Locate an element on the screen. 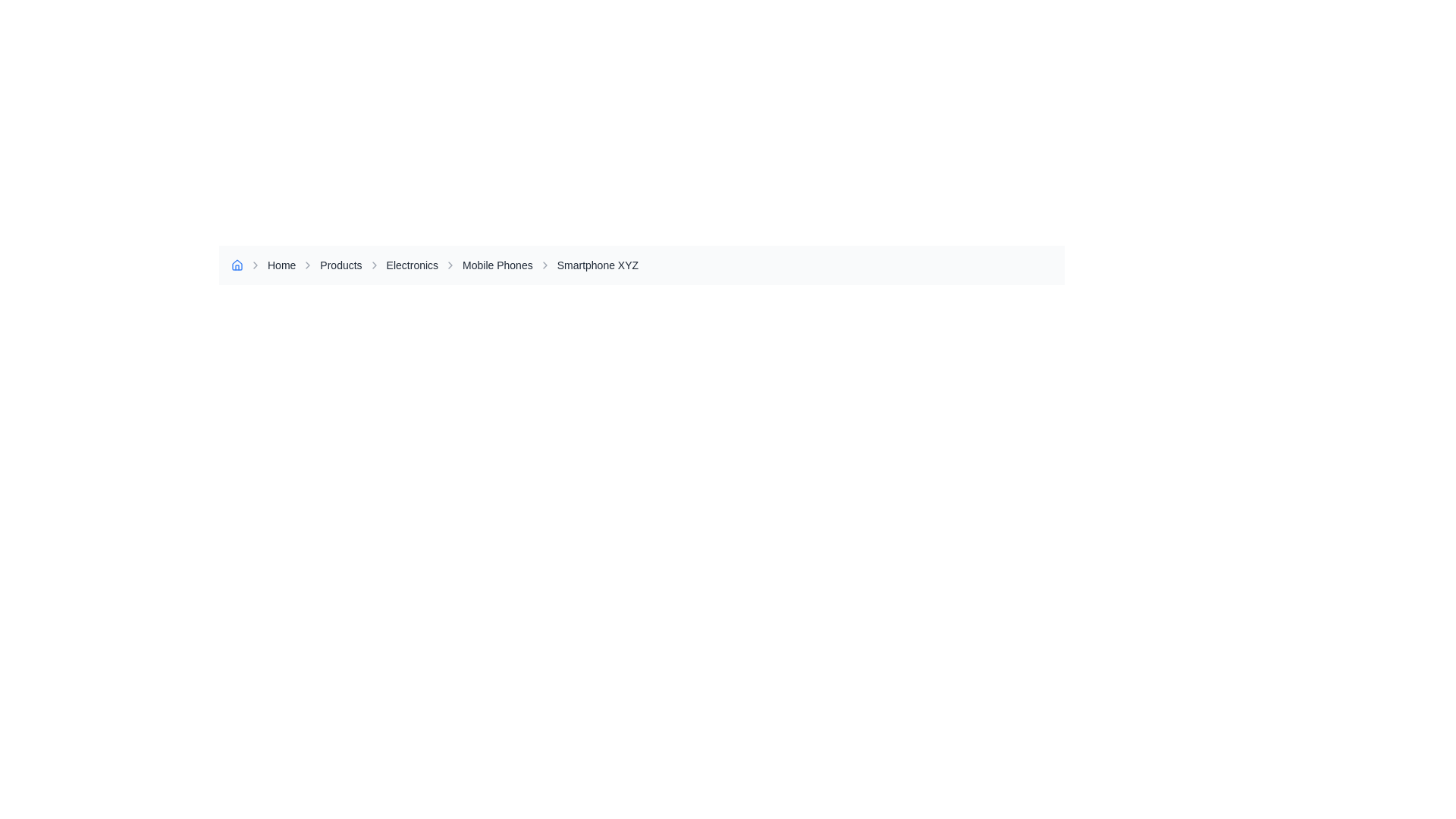 The image size is (1456, 819). the visual separator icon in the breadcrumb navigation interface located immediately to the left of the text 'Electronics', indicating the division between levels of hierarchy is located at coordinates (374, 265).